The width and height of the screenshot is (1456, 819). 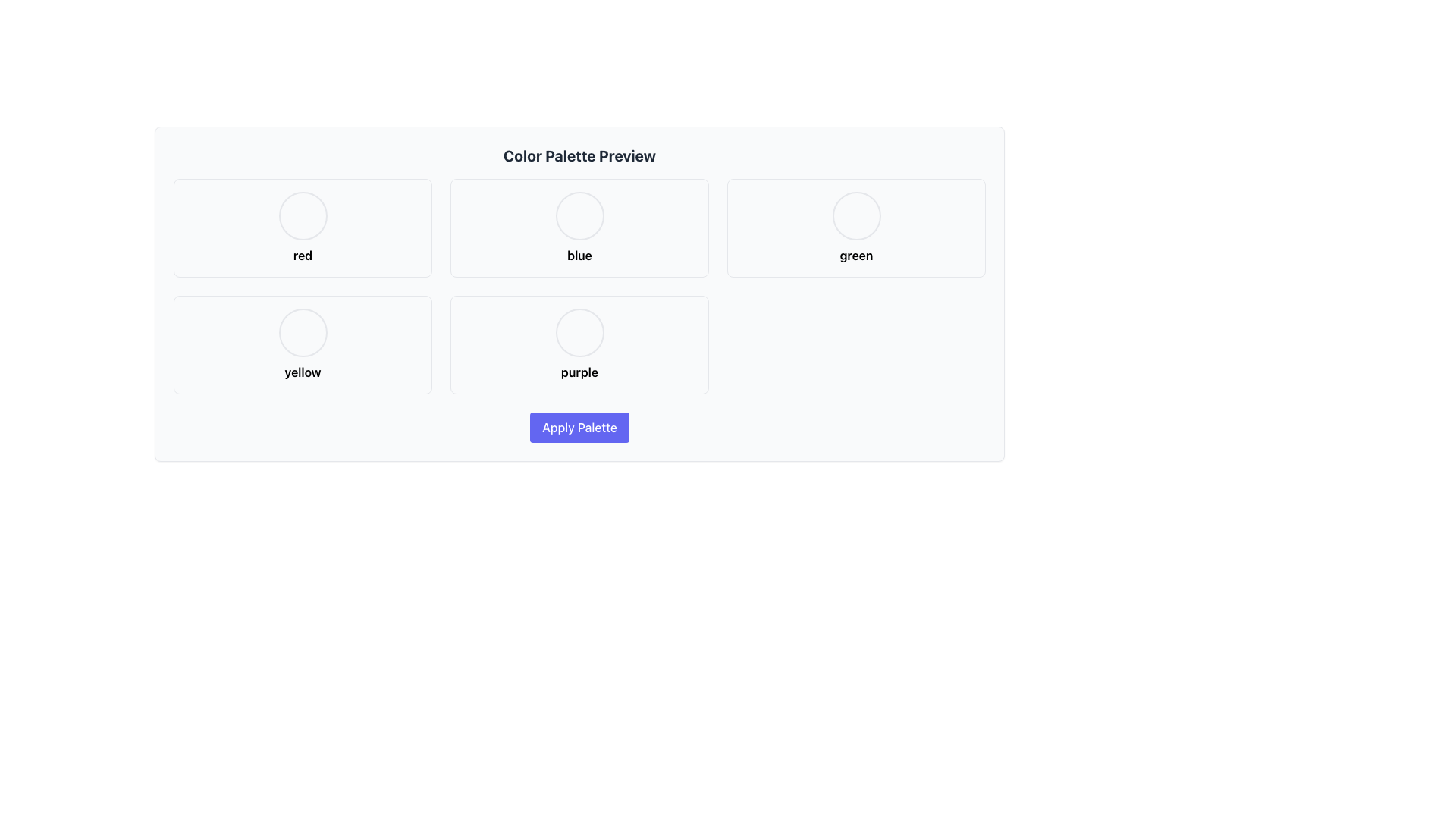 I want to click on the 'Apply Palette' button, so click(x=579, y=427).